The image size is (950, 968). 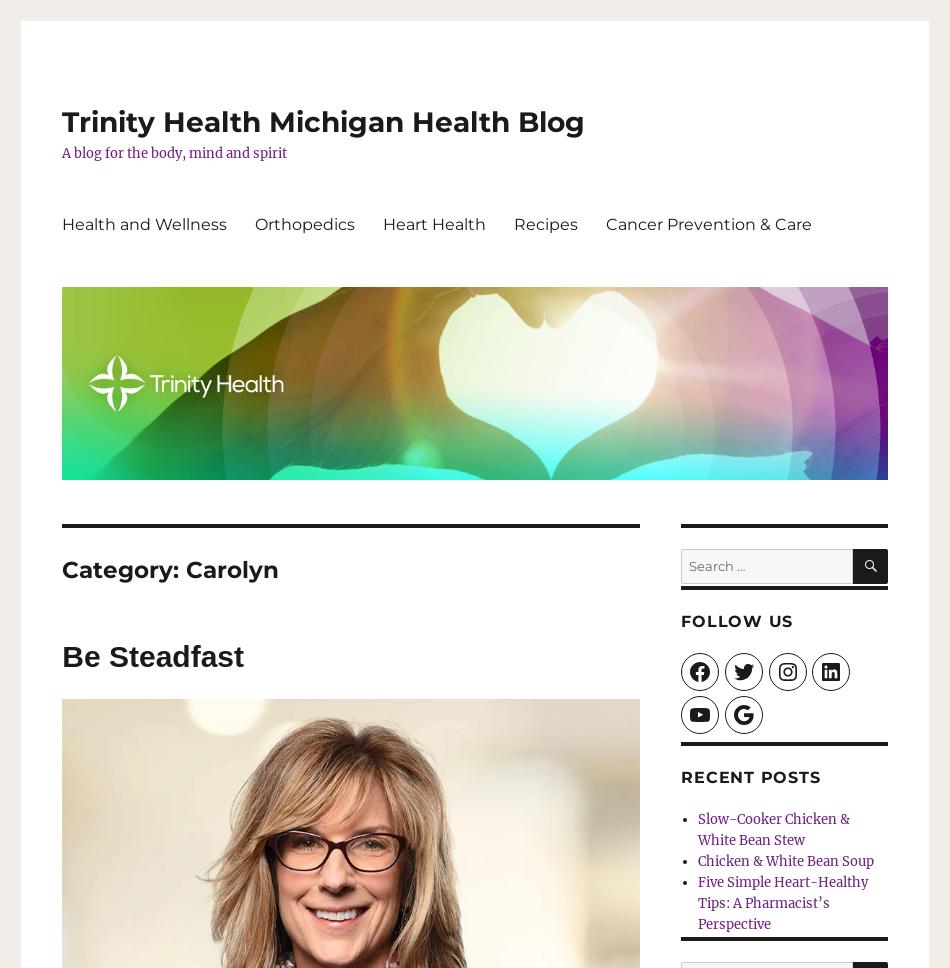 I want to click on 'Chicken & White Bean Soup', so click(x=783, y=859).